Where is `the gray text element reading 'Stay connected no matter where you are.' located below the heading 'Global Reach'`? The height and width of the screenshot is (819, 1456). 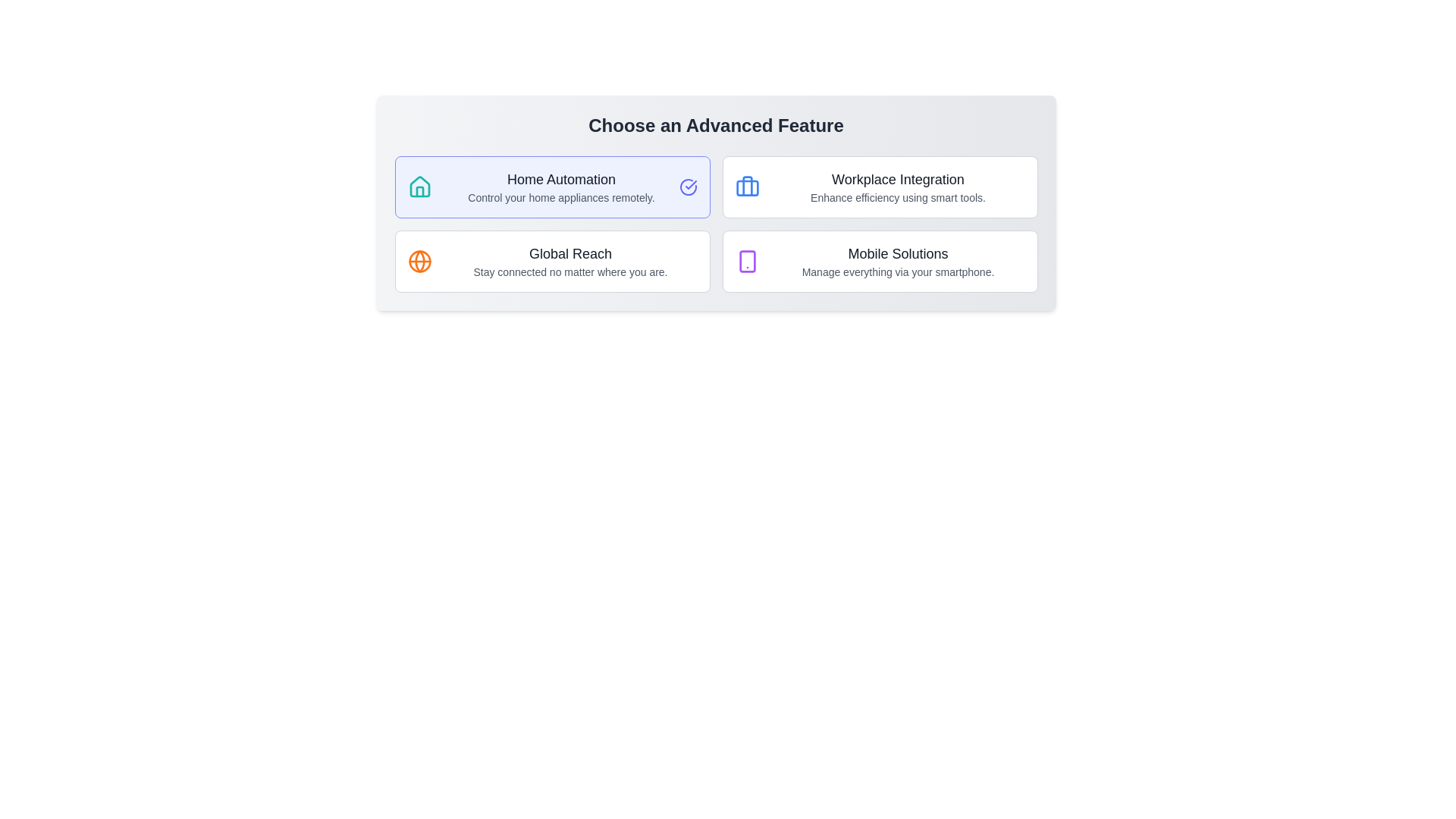
the gray text element reading 'Stay connected no matter where you are.' located below the heading 'Global Reach' is located at coordinates (570, 271).